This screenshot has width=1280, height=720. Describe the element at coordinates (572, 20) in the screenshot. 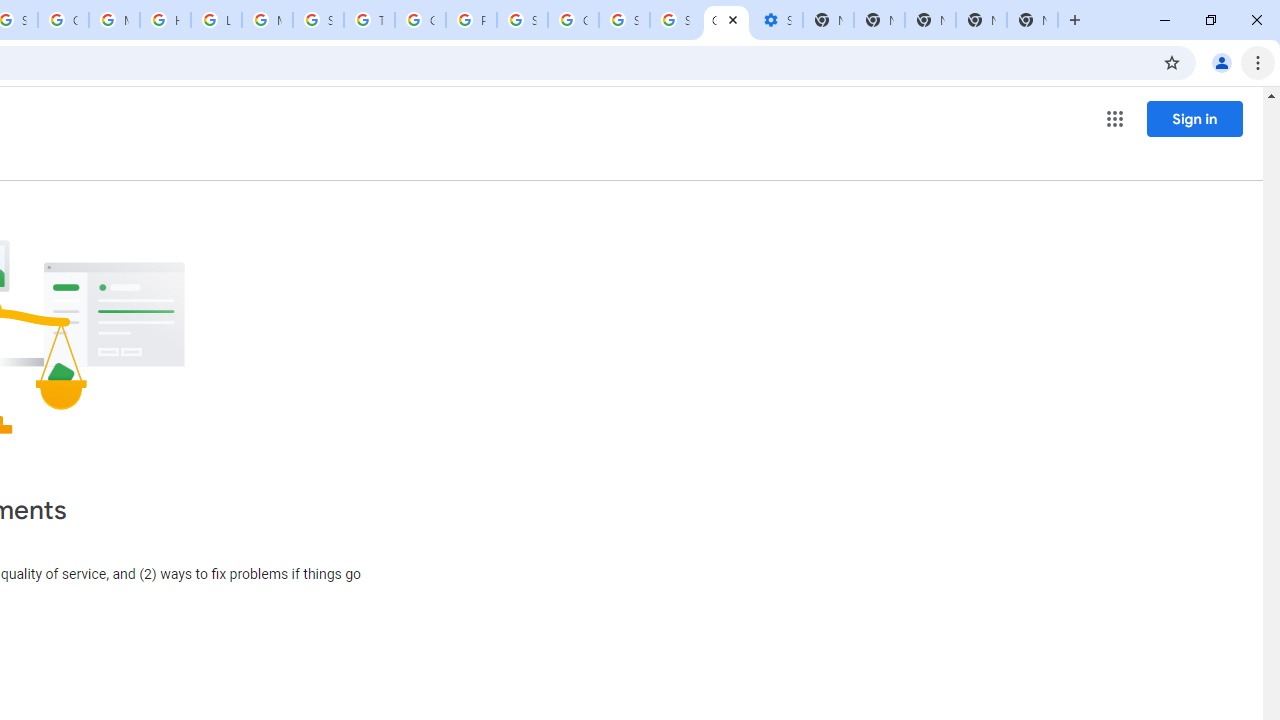

I see `'Google Cybersecurity Innovations - Google Safety Center'` at that location.